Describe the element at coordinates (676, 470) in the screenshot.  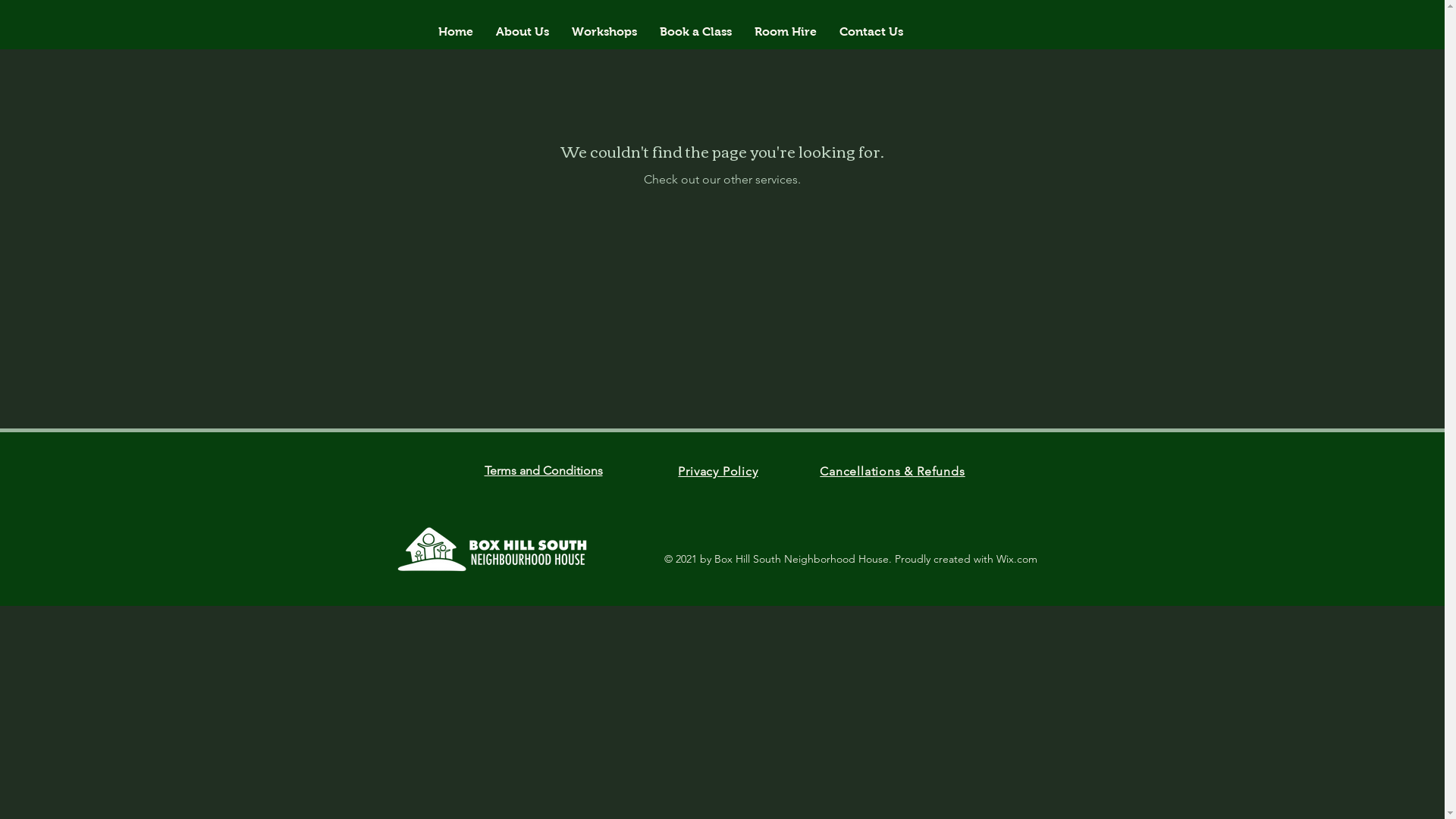
I see `'Privacy Policy'` at that location.